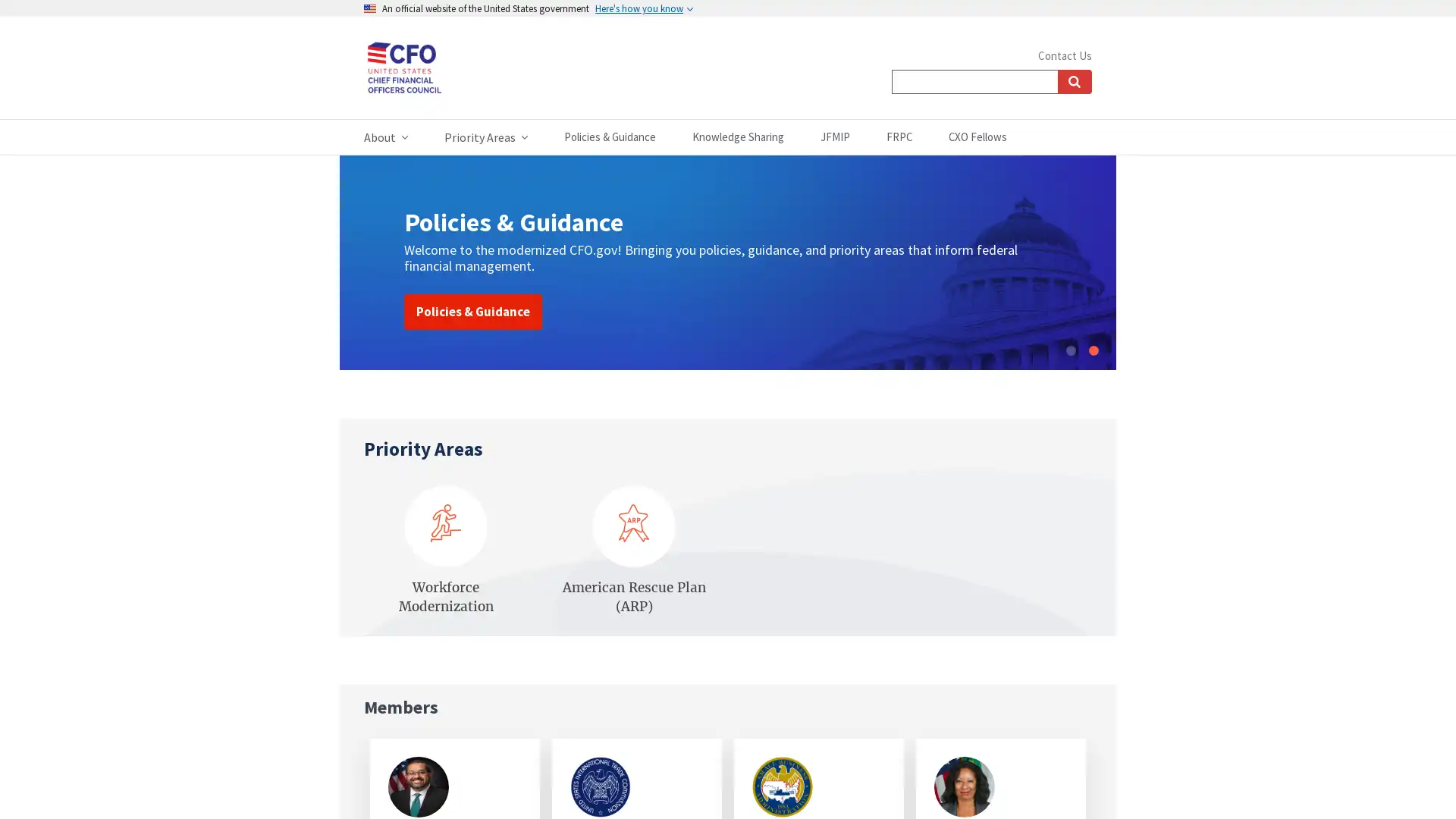  I want to click on Search, so click(1073, 81).